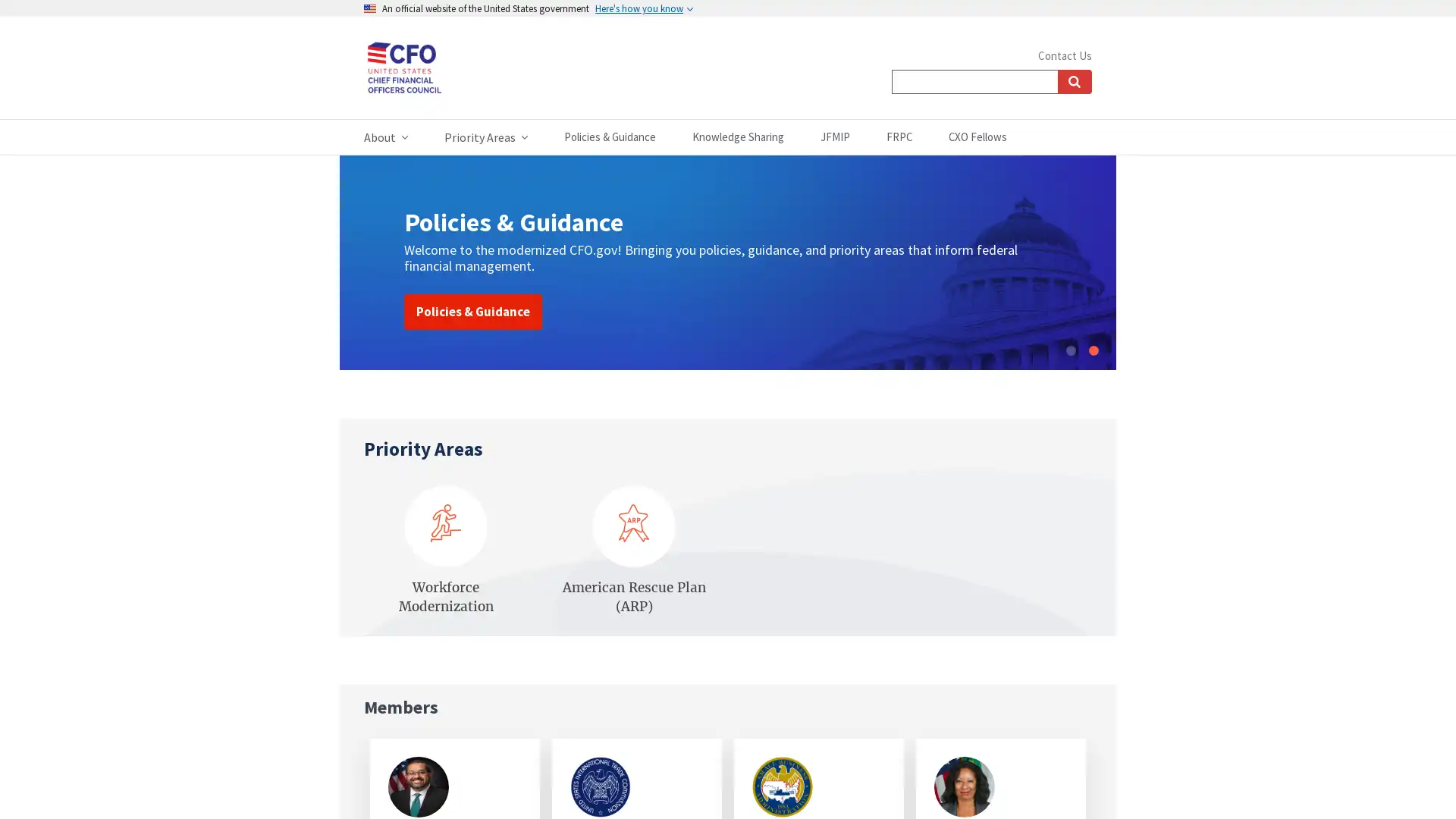  I want to click on Search, so click(1073, 81).